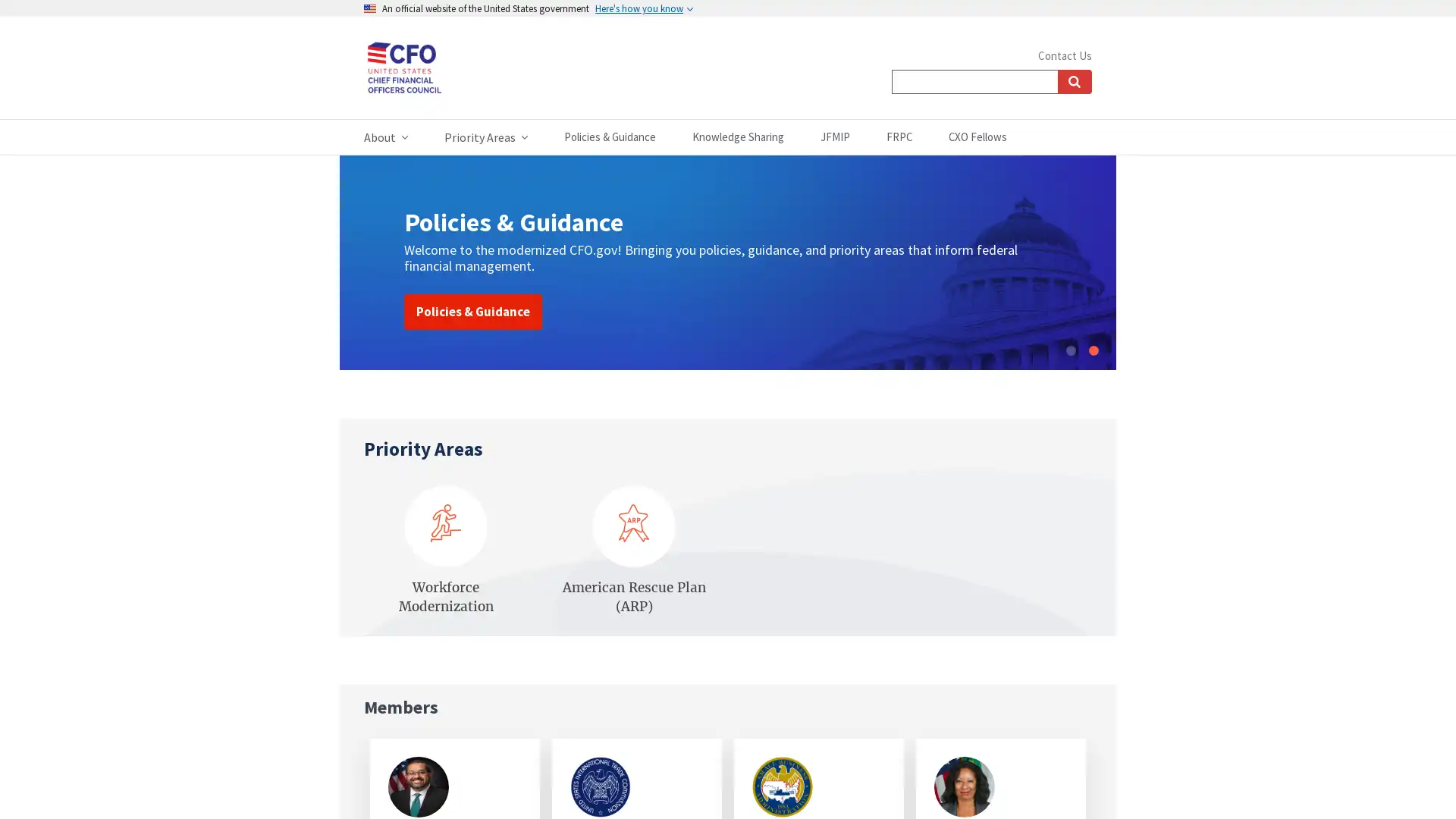  I want to click on Search, so click(1073, 81).